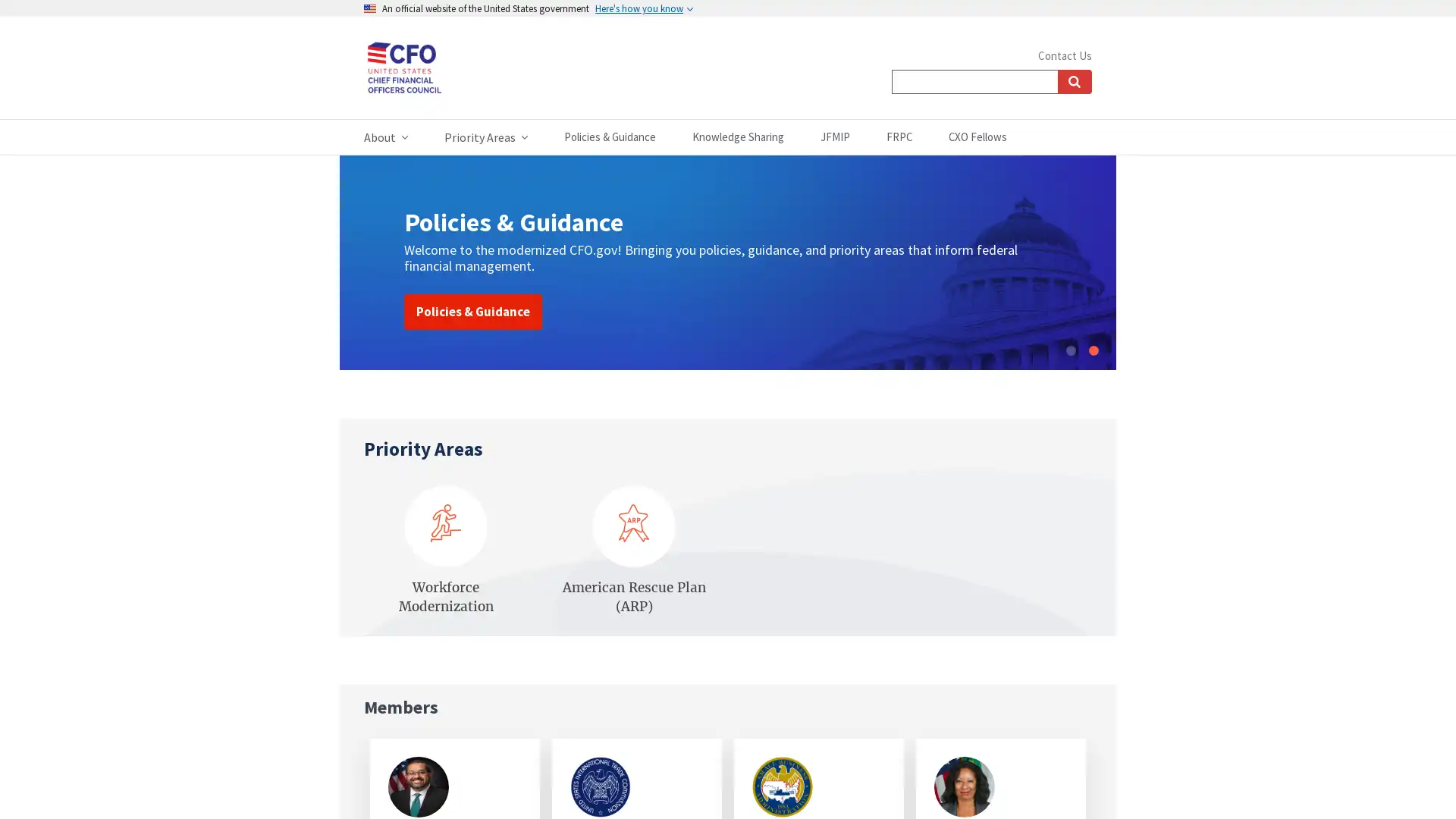  I want to click on Search, so click(1073, 81).